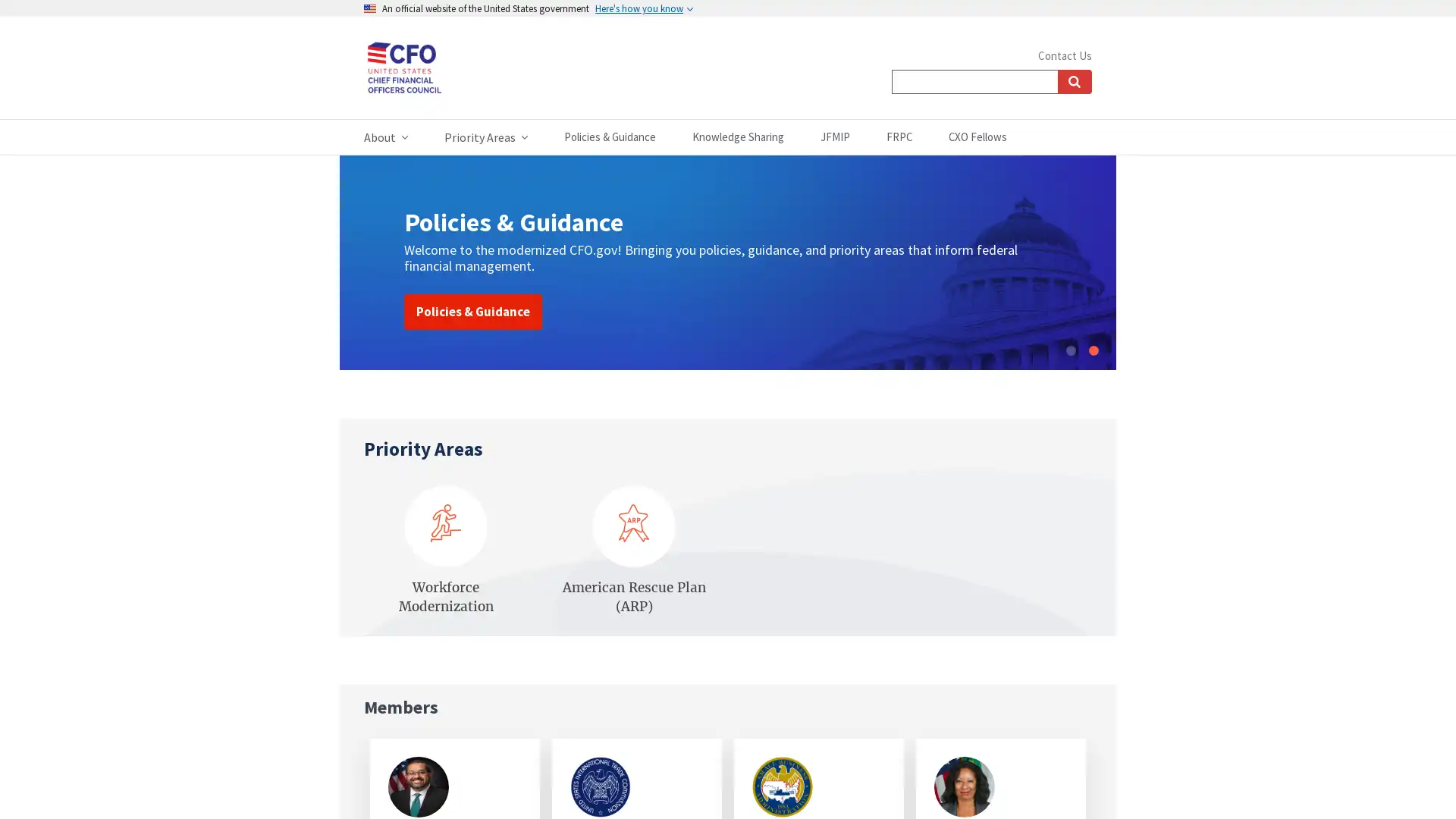  I want to click on Search, so click(1073, 81).